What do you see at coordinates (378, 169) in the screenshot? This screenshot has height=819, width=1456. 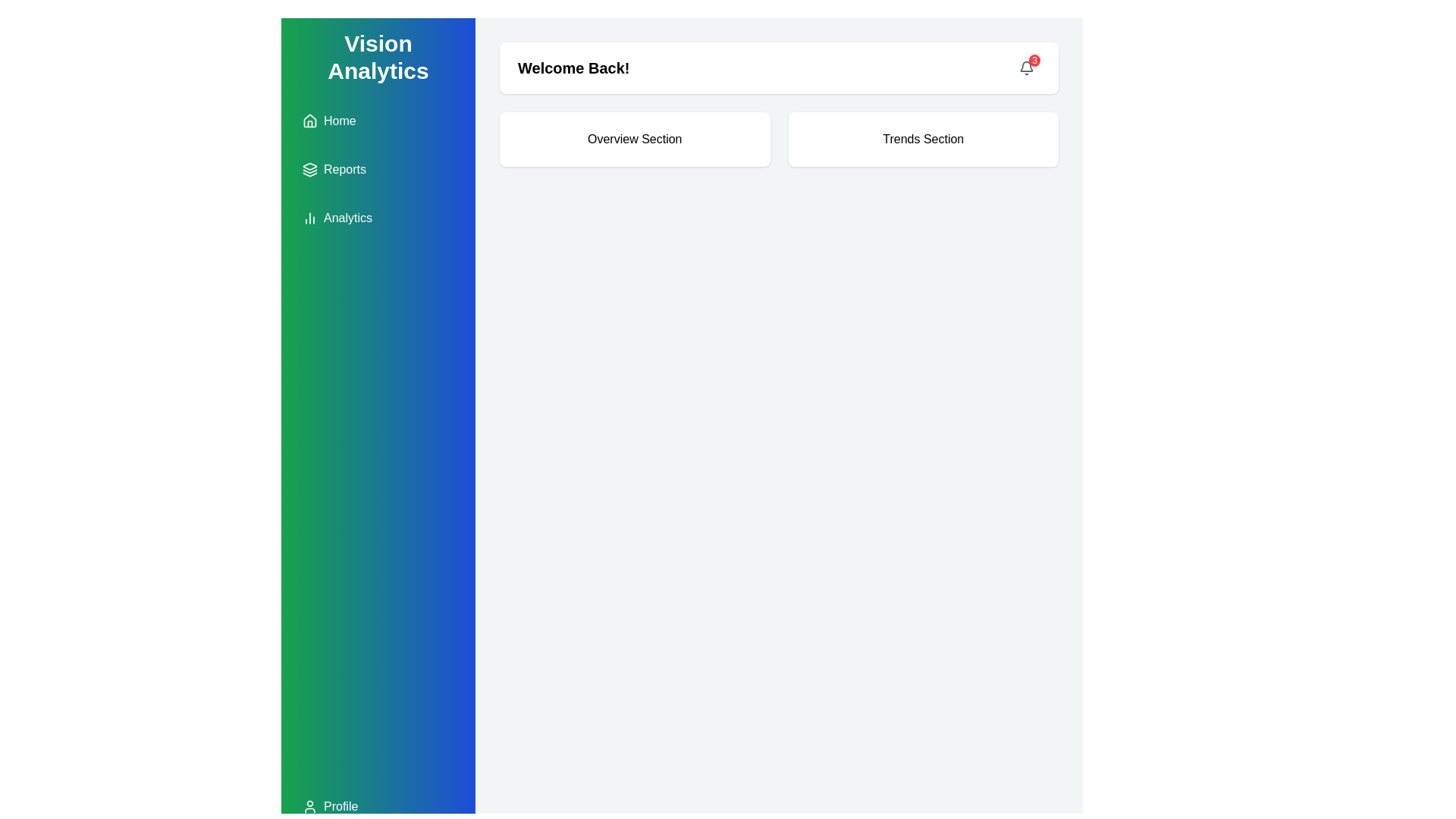 I see `the 'Reports' navigation button in the left sidebar` at bounding box center [378, 169].